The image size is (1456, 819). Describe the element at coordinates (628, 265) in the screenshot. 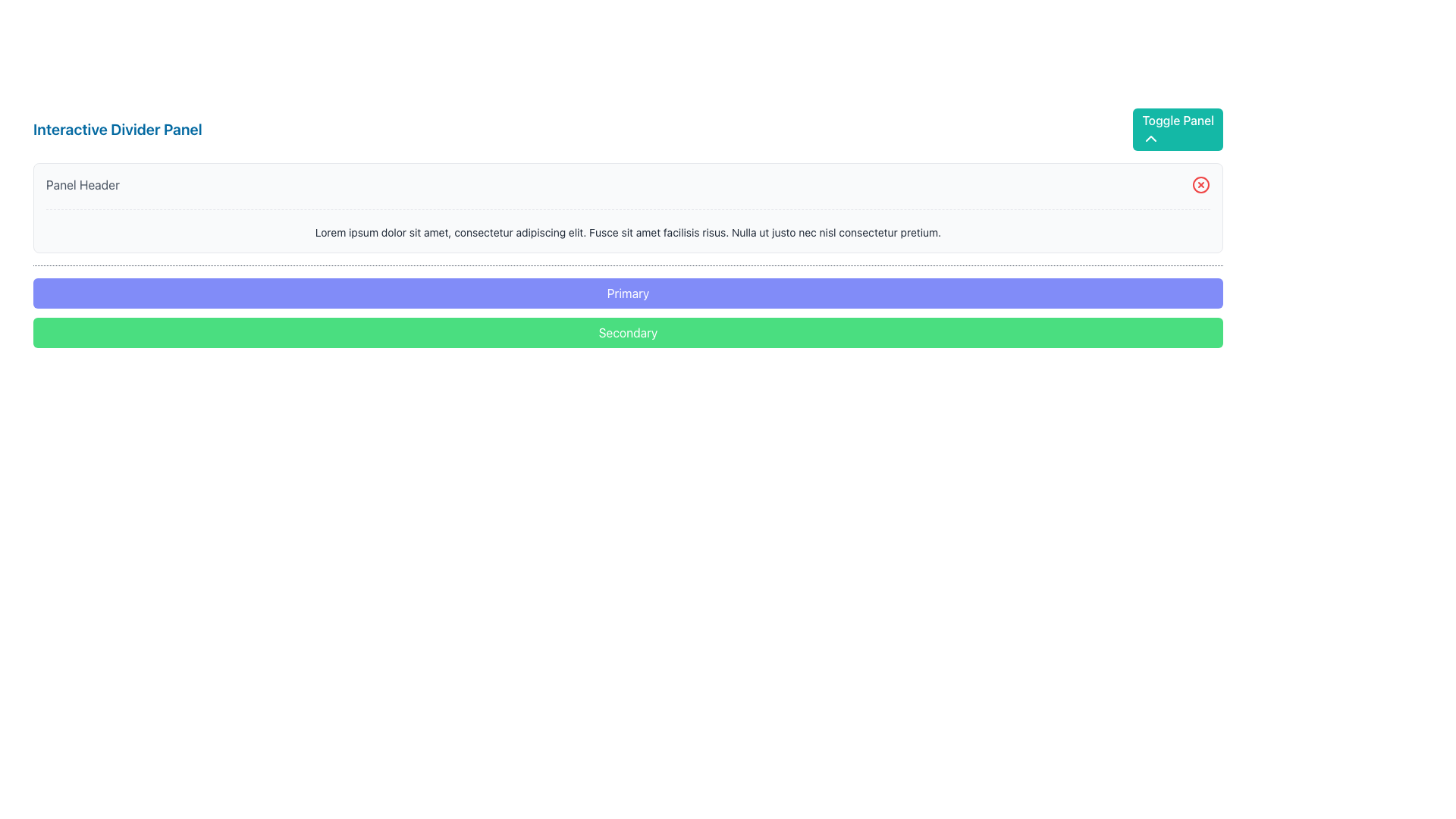

I see `the visual divider element located centrally beneath the text 'Lorem ipsum dolor sit amet, consectetur adipiscing elit. Fusce sit amet facilisis risus. Nulla ut justo nec nisl consectetur pretium.' and above the elements labeled 'Primary' and 'Secondary'` at that location.